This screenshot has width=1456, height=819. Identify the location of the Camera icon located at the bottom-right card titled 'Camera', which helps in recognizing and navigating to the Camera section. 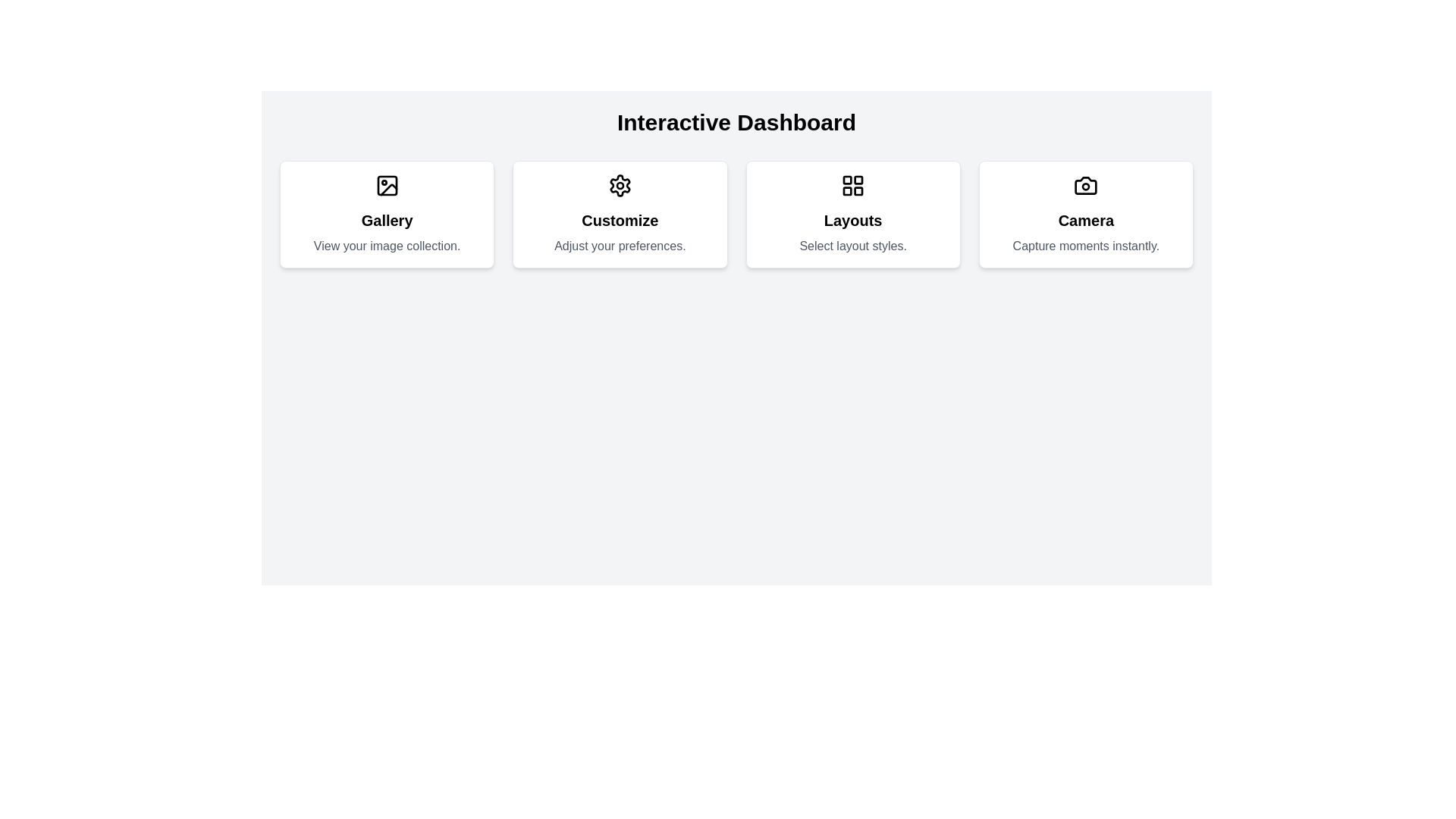
(1085, 185).